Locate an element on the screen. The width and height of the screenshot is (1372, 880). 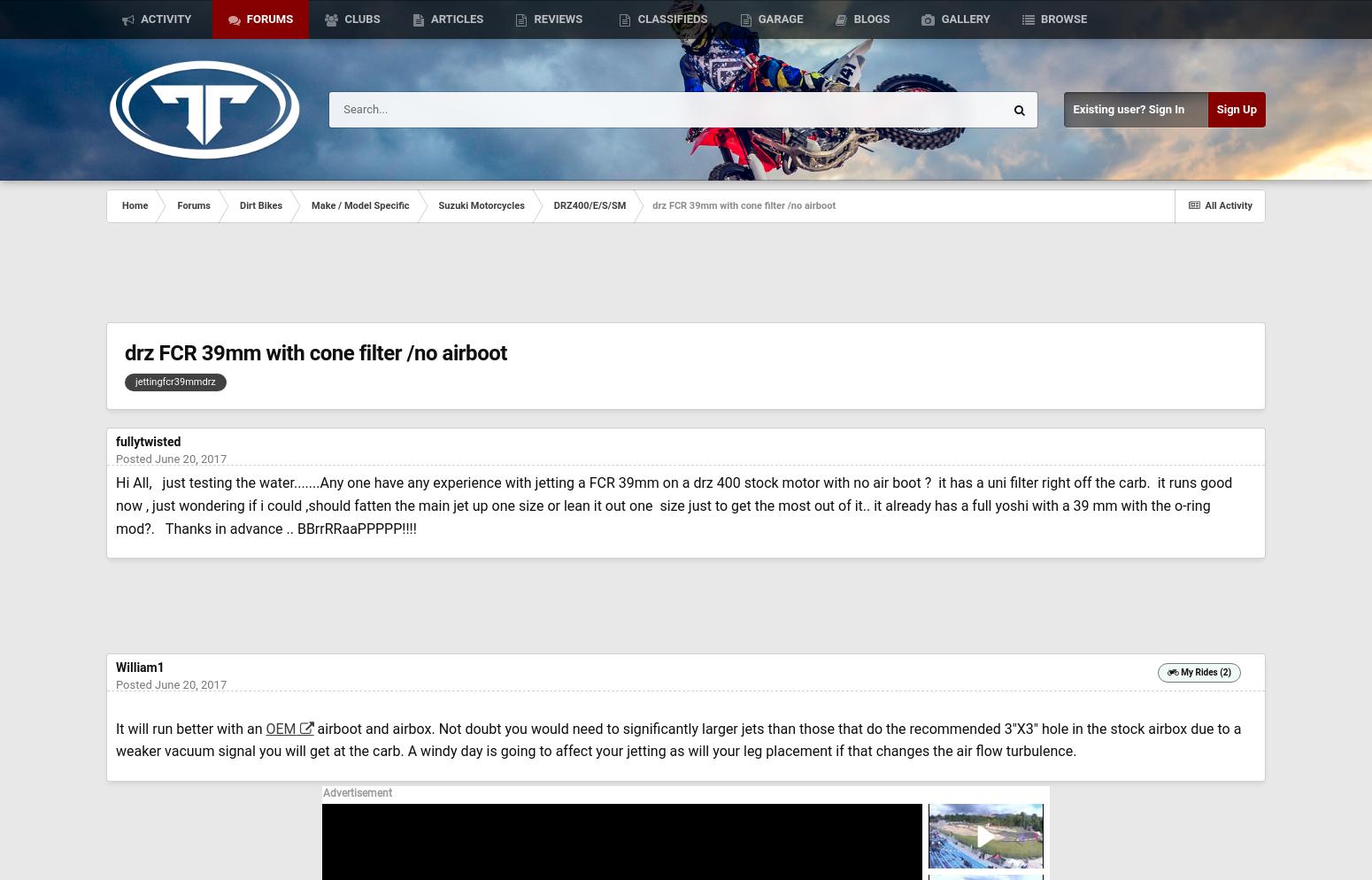
'airboot and airbox. Not doubt you would need to significantly larger jets than those that do the recommended 3"X3" hole in the stock airbox due to a weaker vacuum signal you will get at the carb. A windy day is going to affect your jetting as will your leg placement if that changes the air flow turbulence.' is located at coordinates (115, 738).